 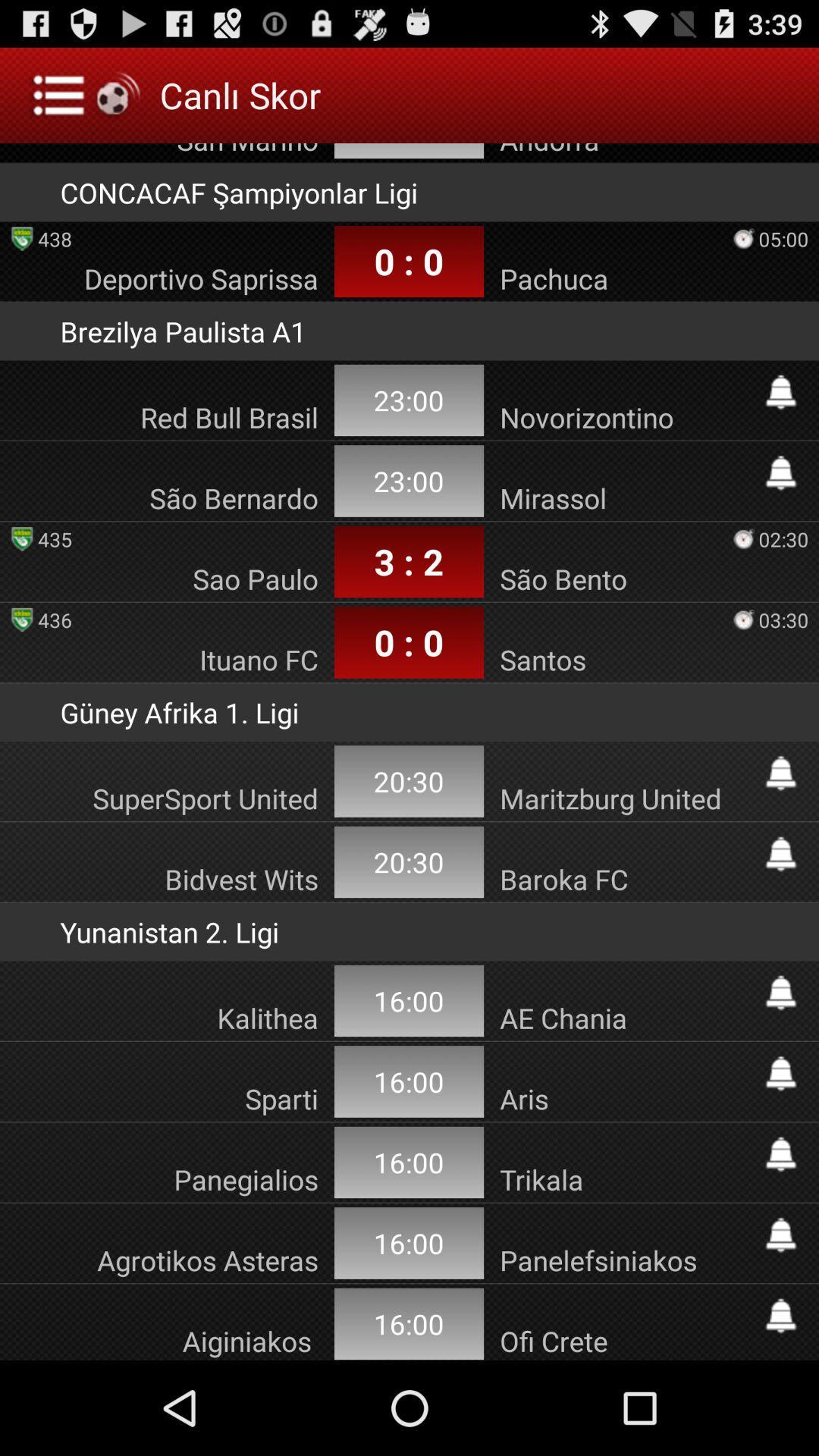 I want to click on set alert for game, so click(x=780, y=1315).